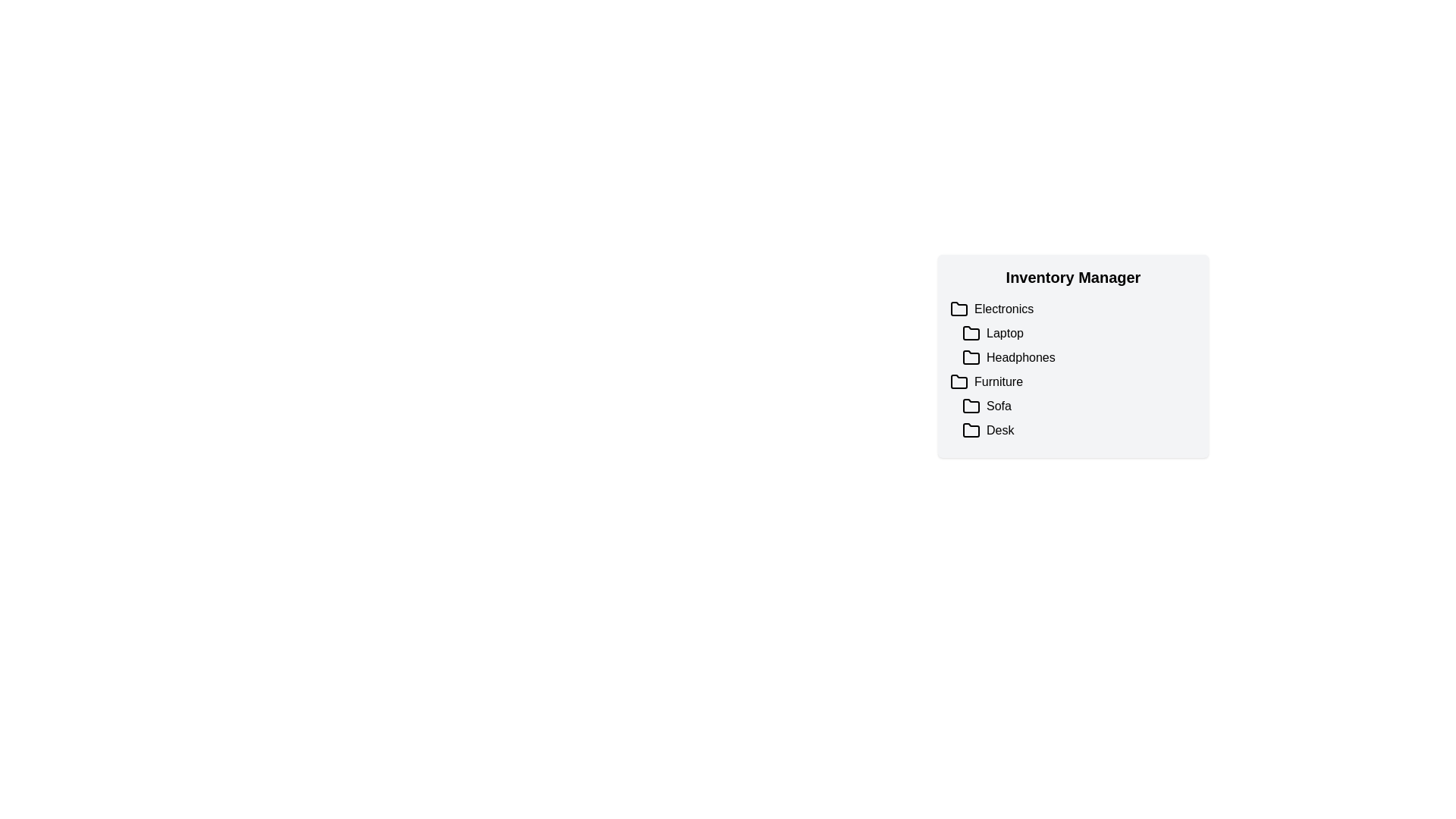 The image size is (1456, 819). What do you see at coordinates (1078, 430) in the screenshot?
I see `the folder item labeled 'Desk' in the Furniture category` at bounding box center [1078, 430].